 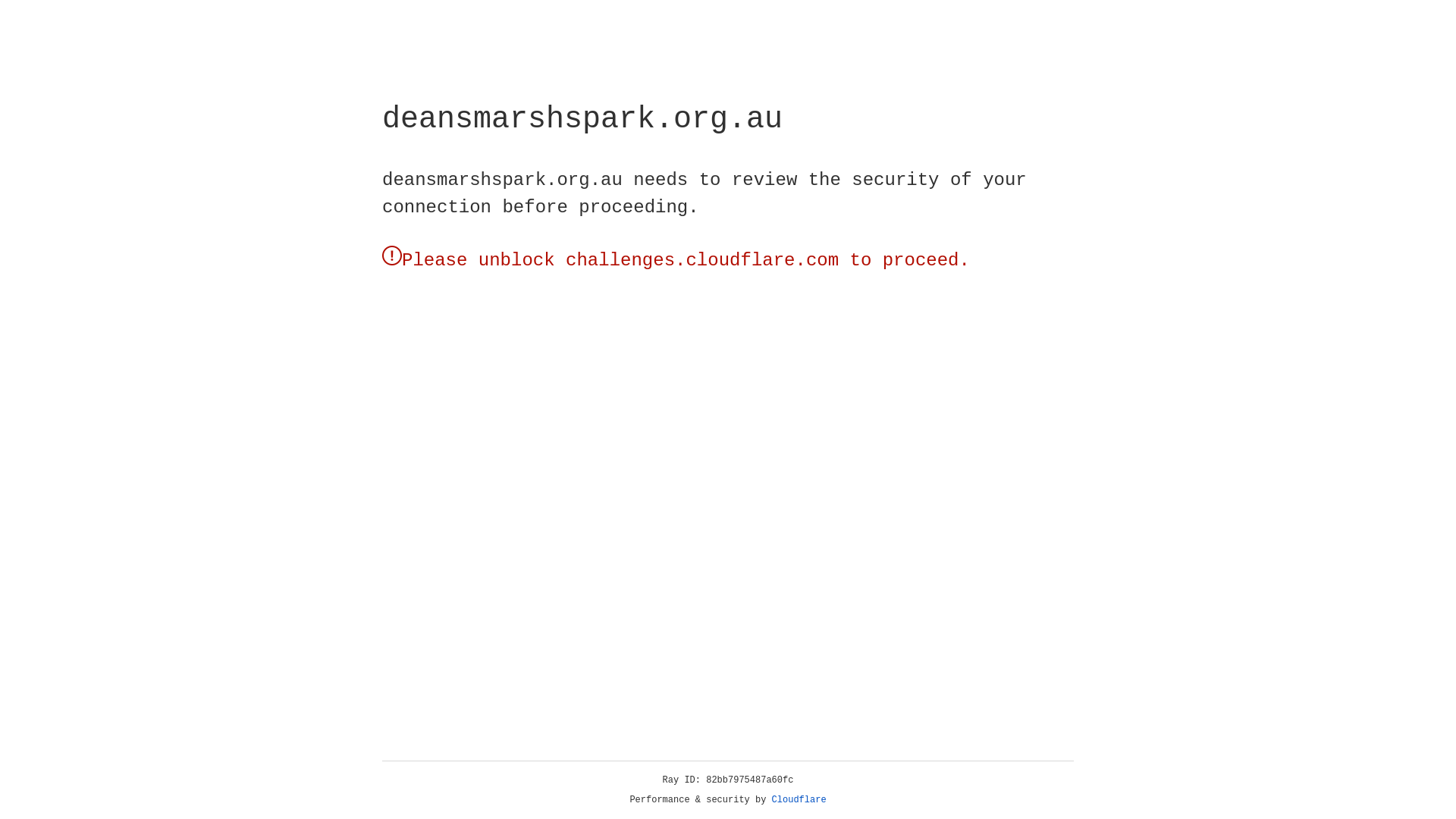 I want to click on 'Cloudflare', so click(x=799, y=799).